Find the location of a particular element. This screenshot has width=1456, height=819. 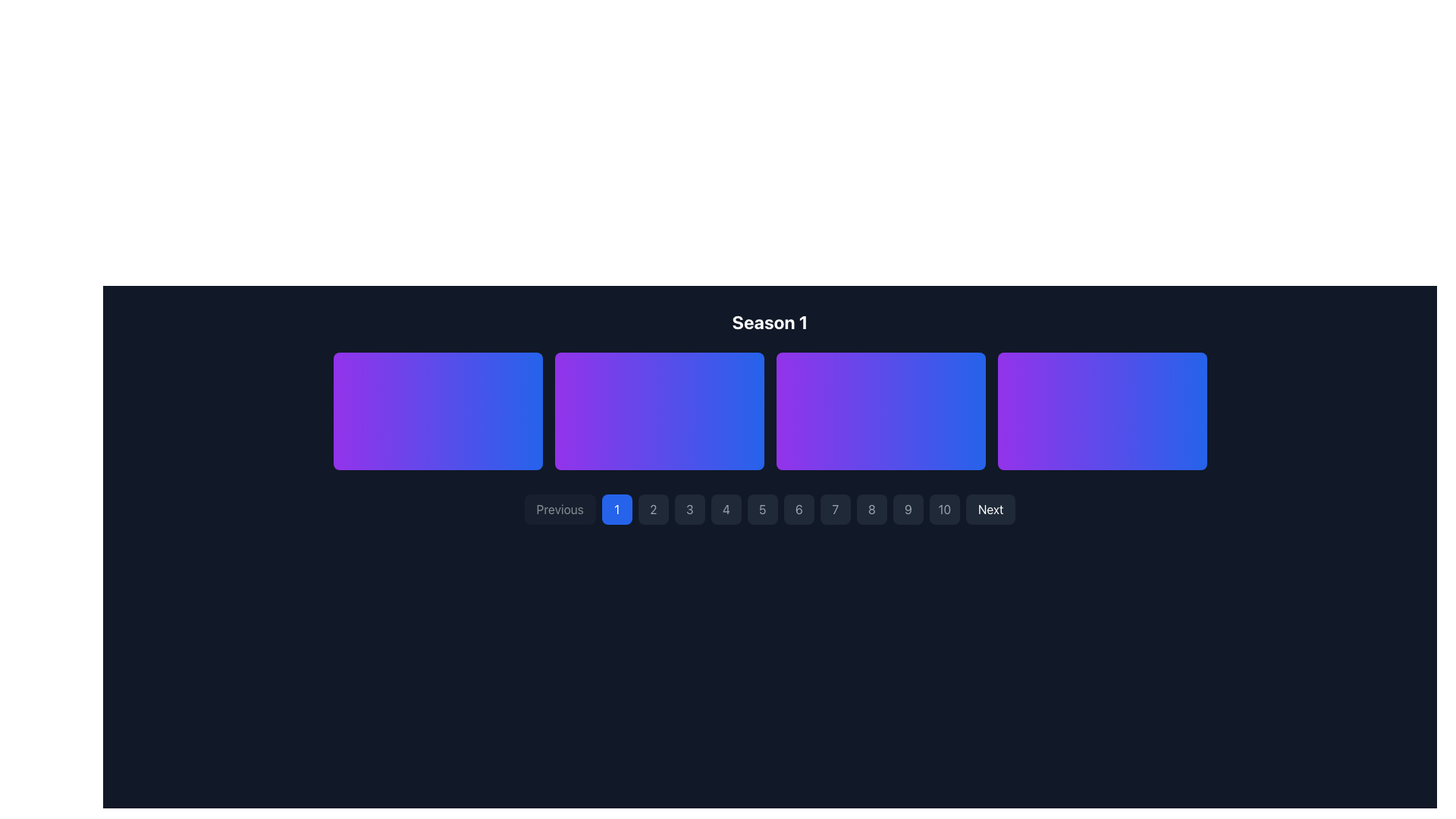

the navigation button located at the far right of the horizontal navigation bar to proceed to the next set of items or page is located at coordinates (990, 510).